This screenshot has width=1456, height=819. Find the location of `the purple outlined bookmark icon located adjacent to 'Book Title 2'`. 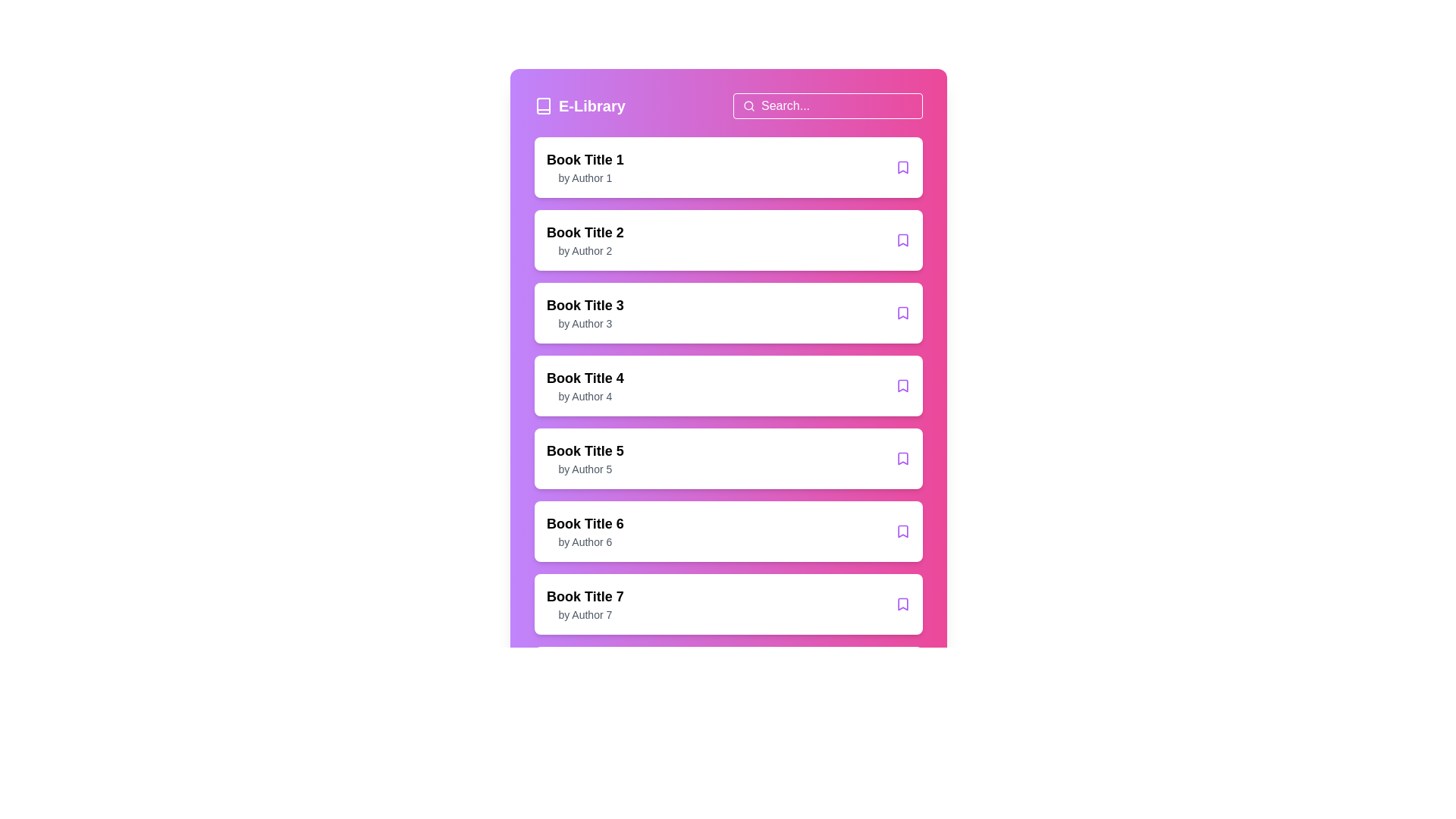

the purple outlined bookmark icon located adjacent to 'Book Title 2' is located at coordinates (902, 239).